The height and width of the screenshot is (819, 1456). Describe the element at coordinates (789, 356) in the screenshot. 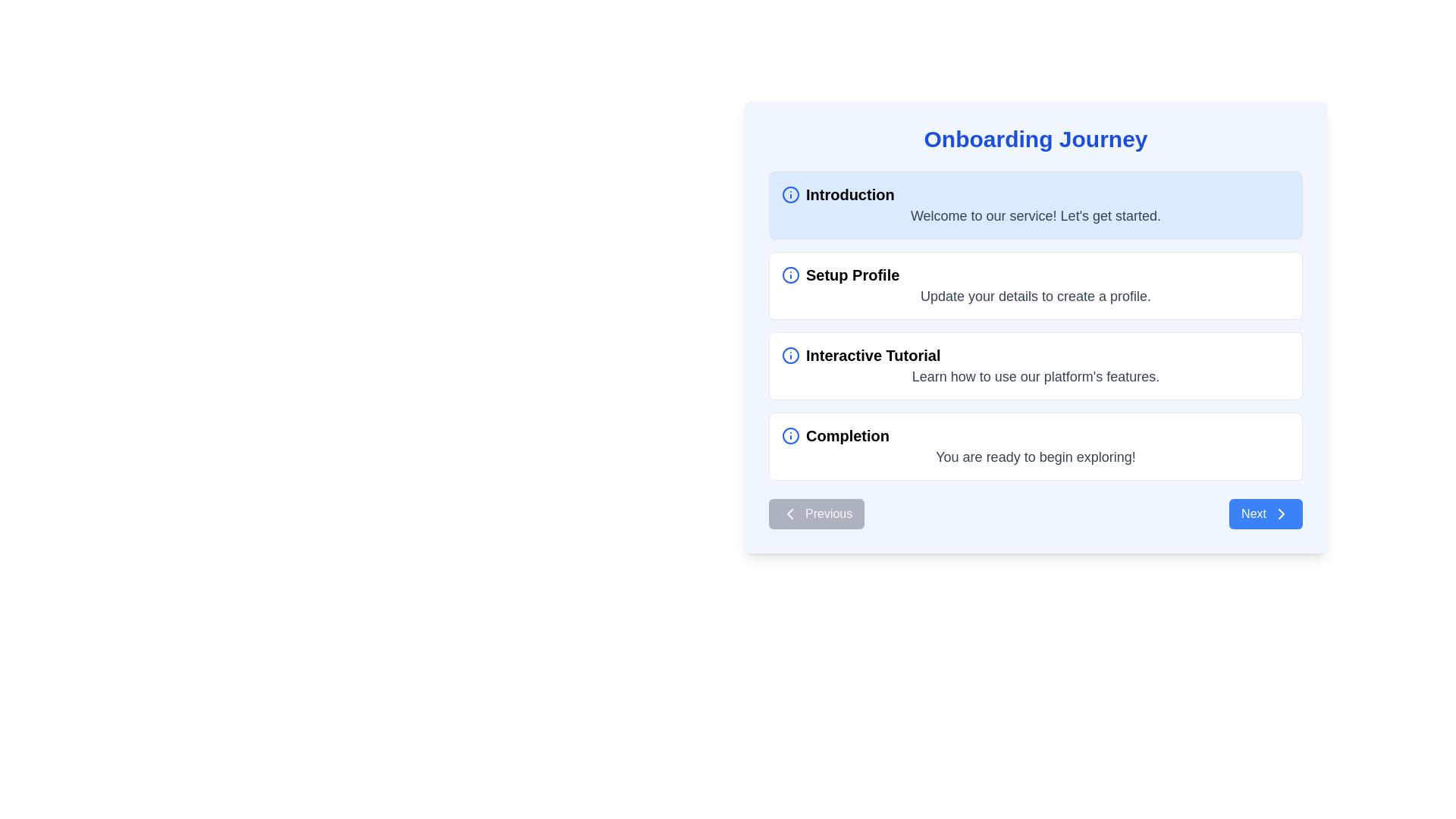

I see `the information marker icon, which is a bold blue circle with a lowercase 'i' in its center, located to the left of the 'Interactive Tutorial' text in the onboarding steps list` at that location.